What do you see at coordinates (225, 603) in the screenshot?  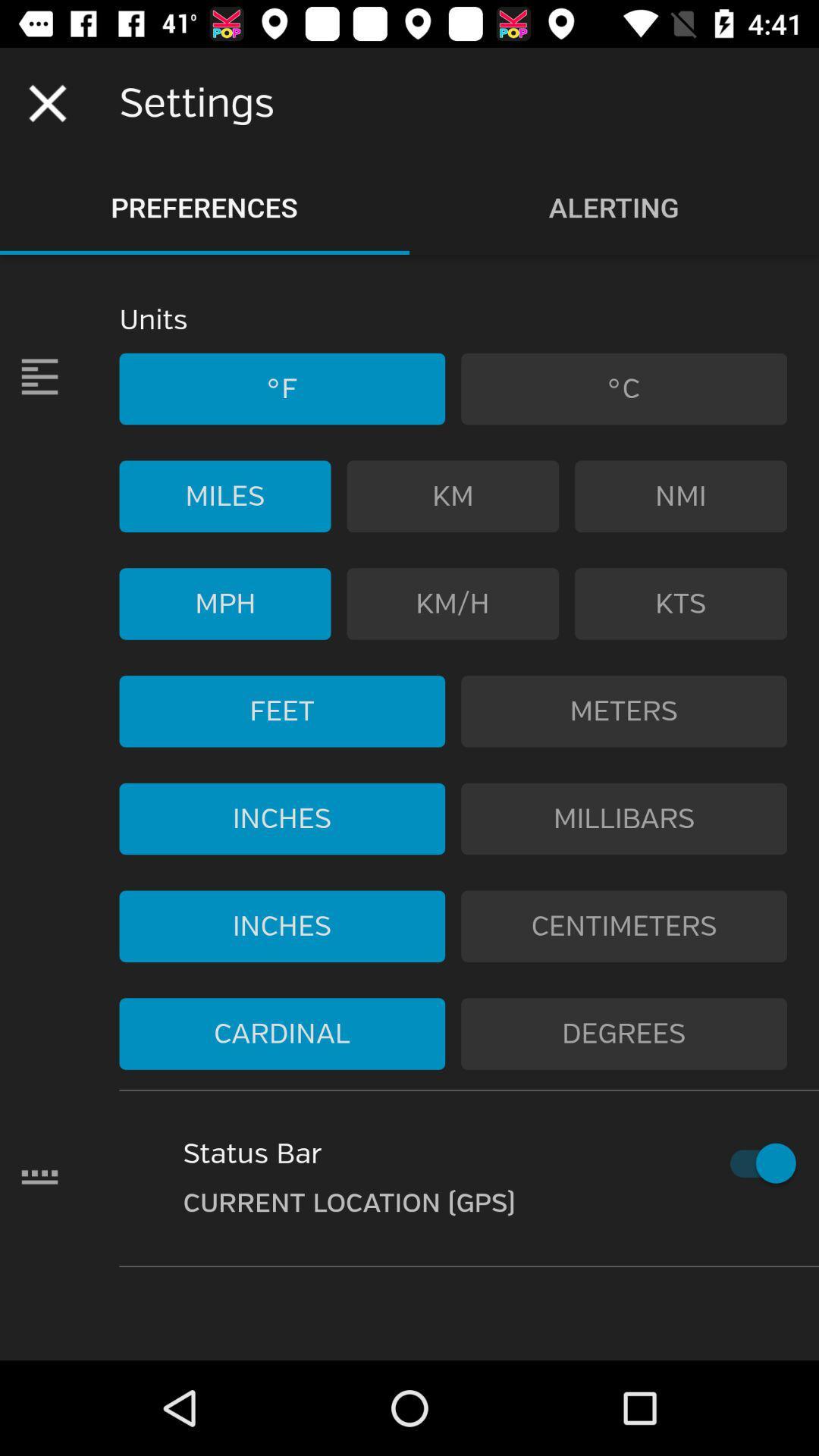 I see `icon below miles` at bounding box center [225, 603].